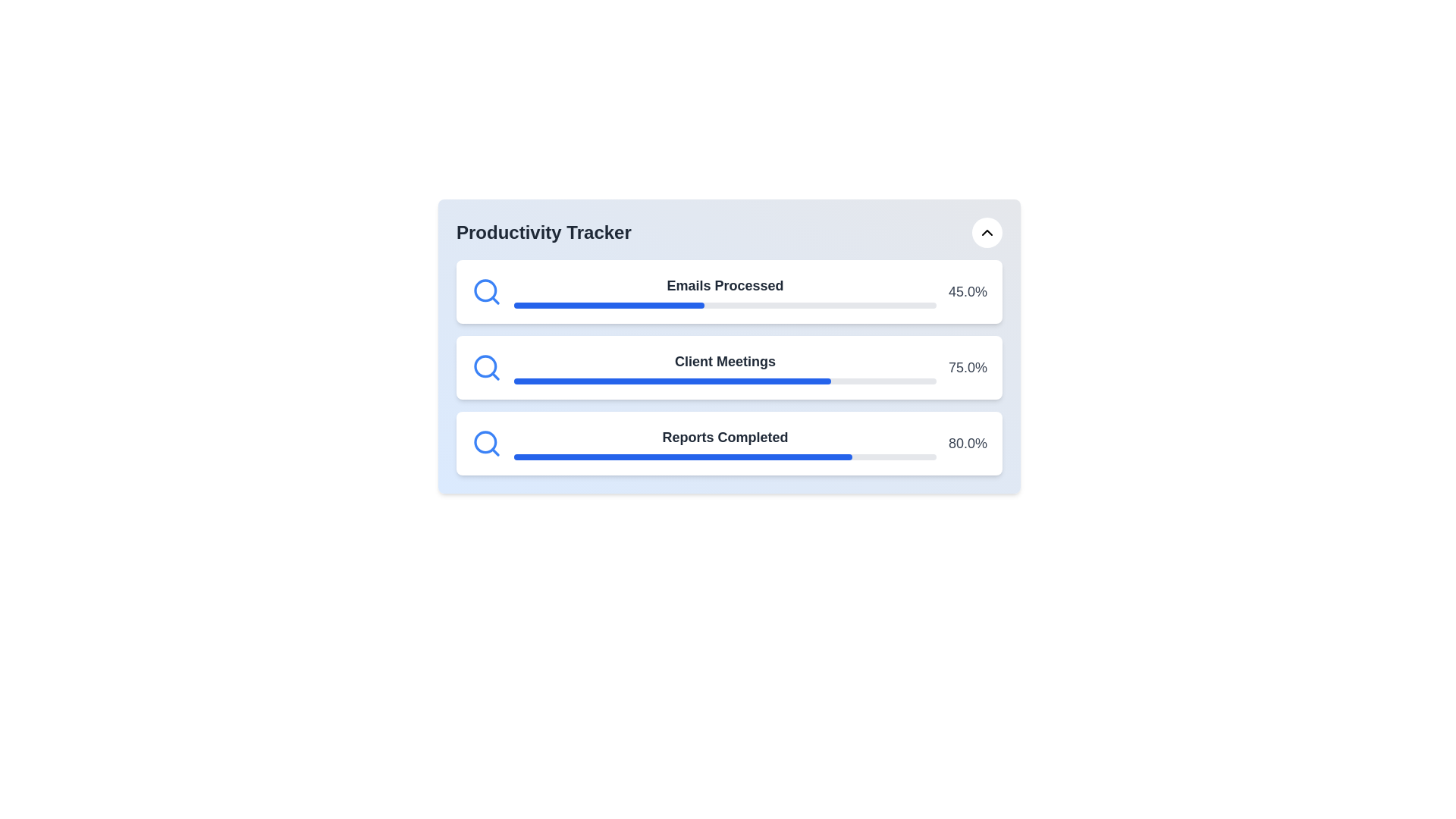 This screenshot has width=1456, height=819. I want to click on the central circle of the magnifying glass icon, which is part of the 'Reports Completed' section in the third row of the interface, so click(485, 442).